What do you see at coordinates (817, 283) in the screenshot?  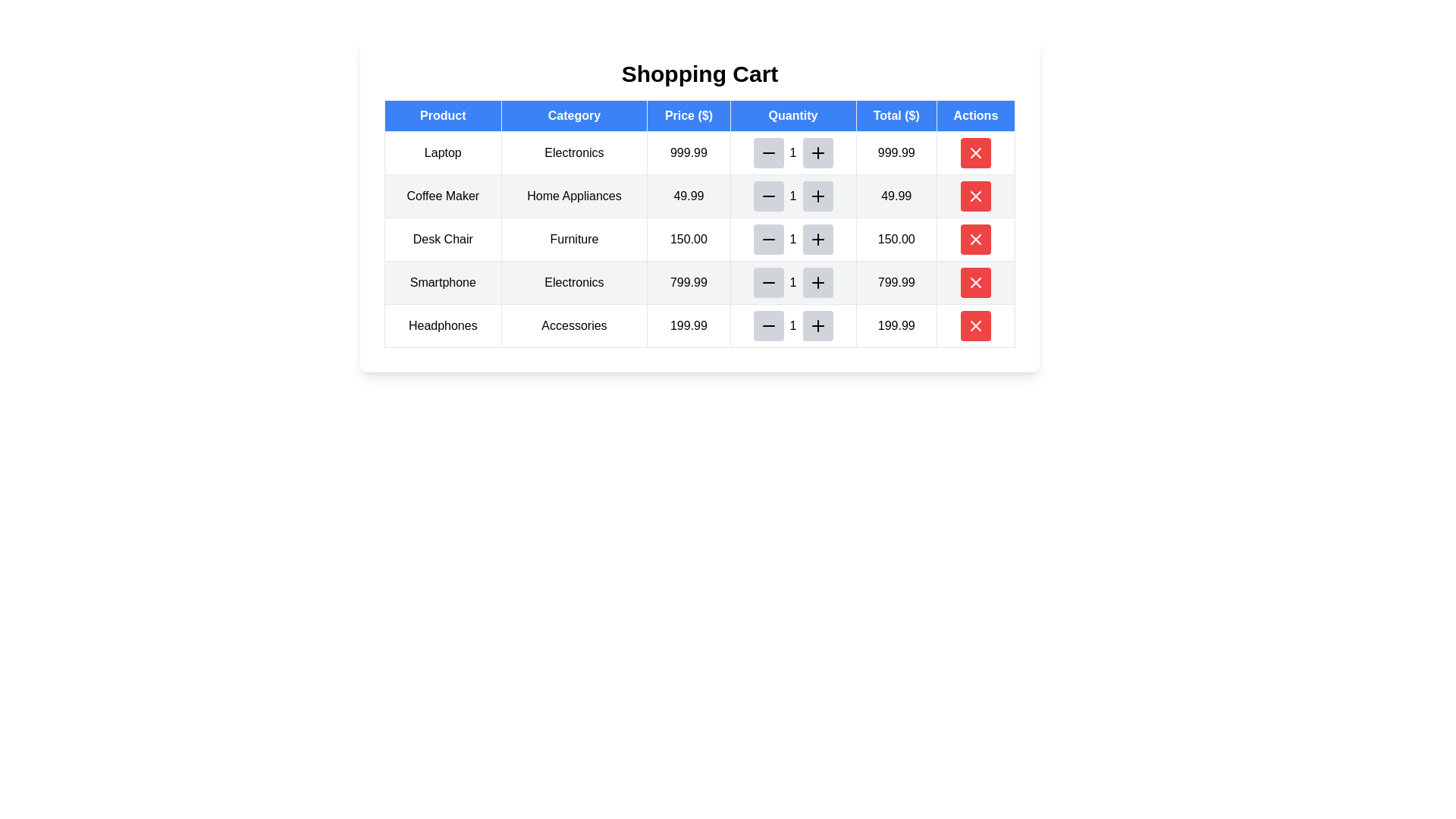 I see `the 'plus' button in the 'Quantity' column for the 'Smartphone' item in the shopping cart to increment its quantity` at bounding box center [817, 283].